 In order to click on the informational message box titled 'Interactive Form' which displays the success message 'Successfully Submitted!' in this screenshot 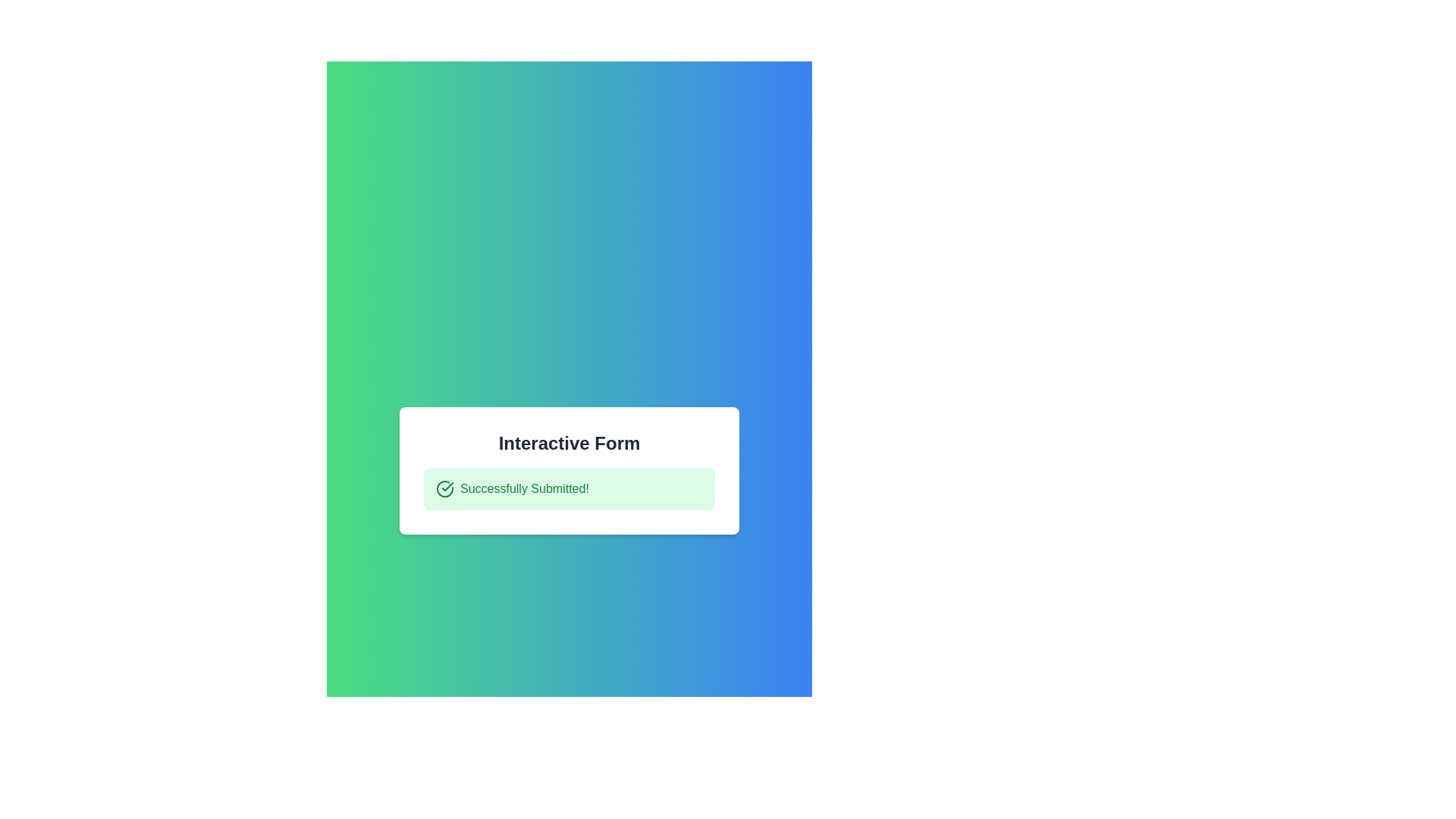, I will do `click(568, 470)`.